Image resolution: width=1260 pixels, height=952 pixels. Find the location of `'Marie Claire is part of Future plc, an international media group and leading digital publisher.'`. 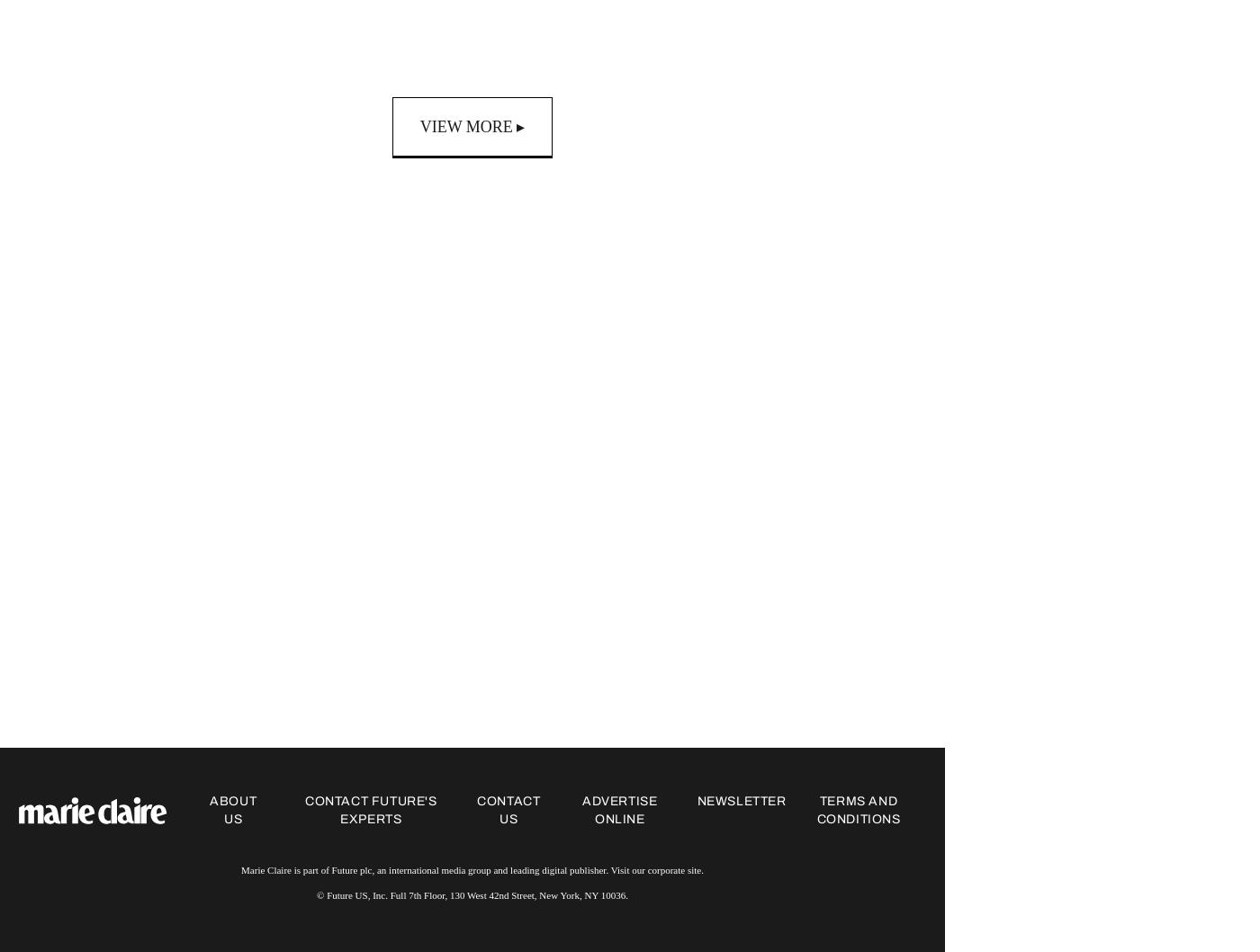

'Marie Claire is part of Future plc, an international media group and leading digital publisher.' is located at coordinates (426, 870).